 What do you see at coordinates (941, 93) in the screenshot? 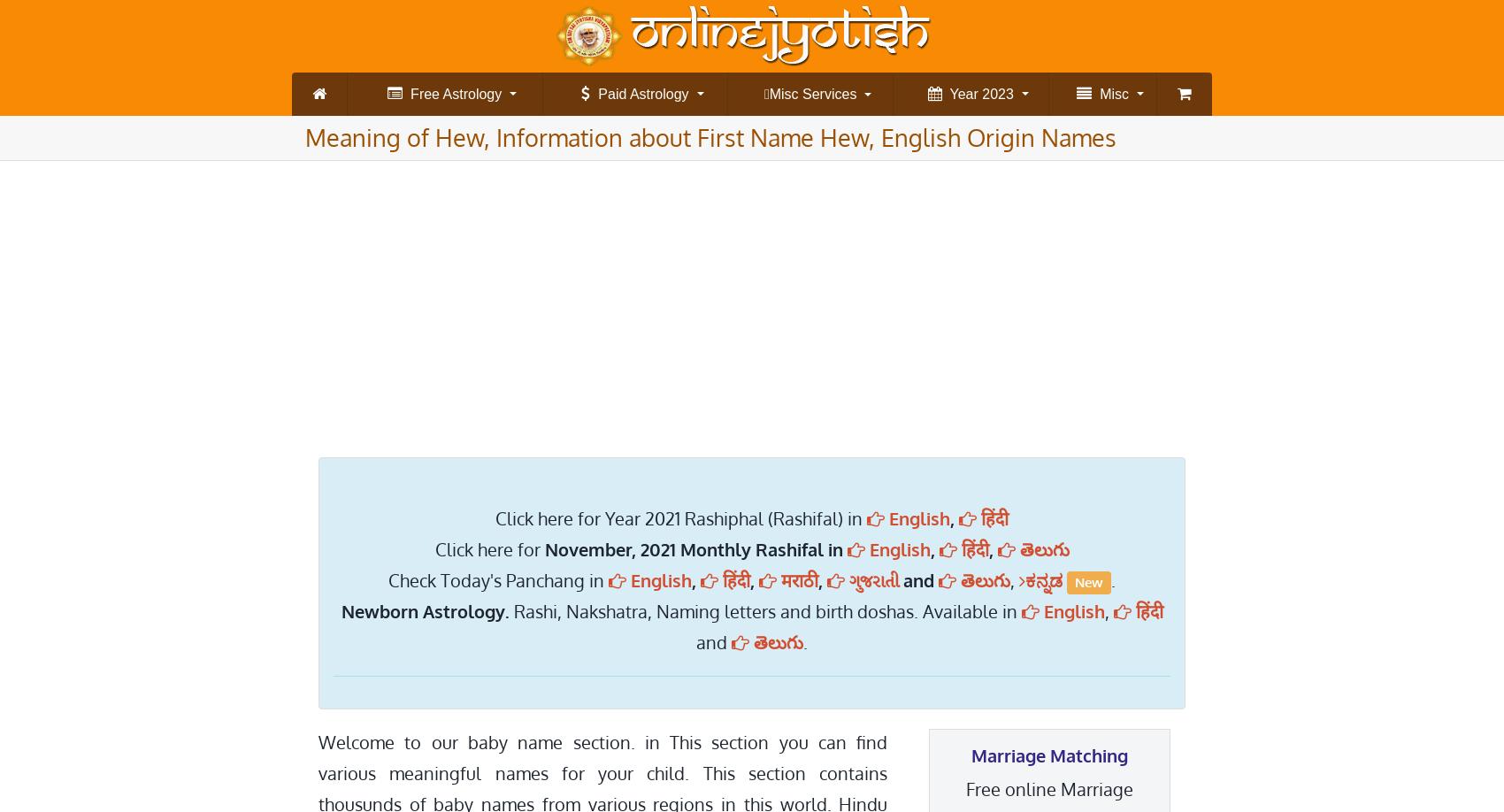
I see `'Year 2023'` at bounding box center [941, 93].